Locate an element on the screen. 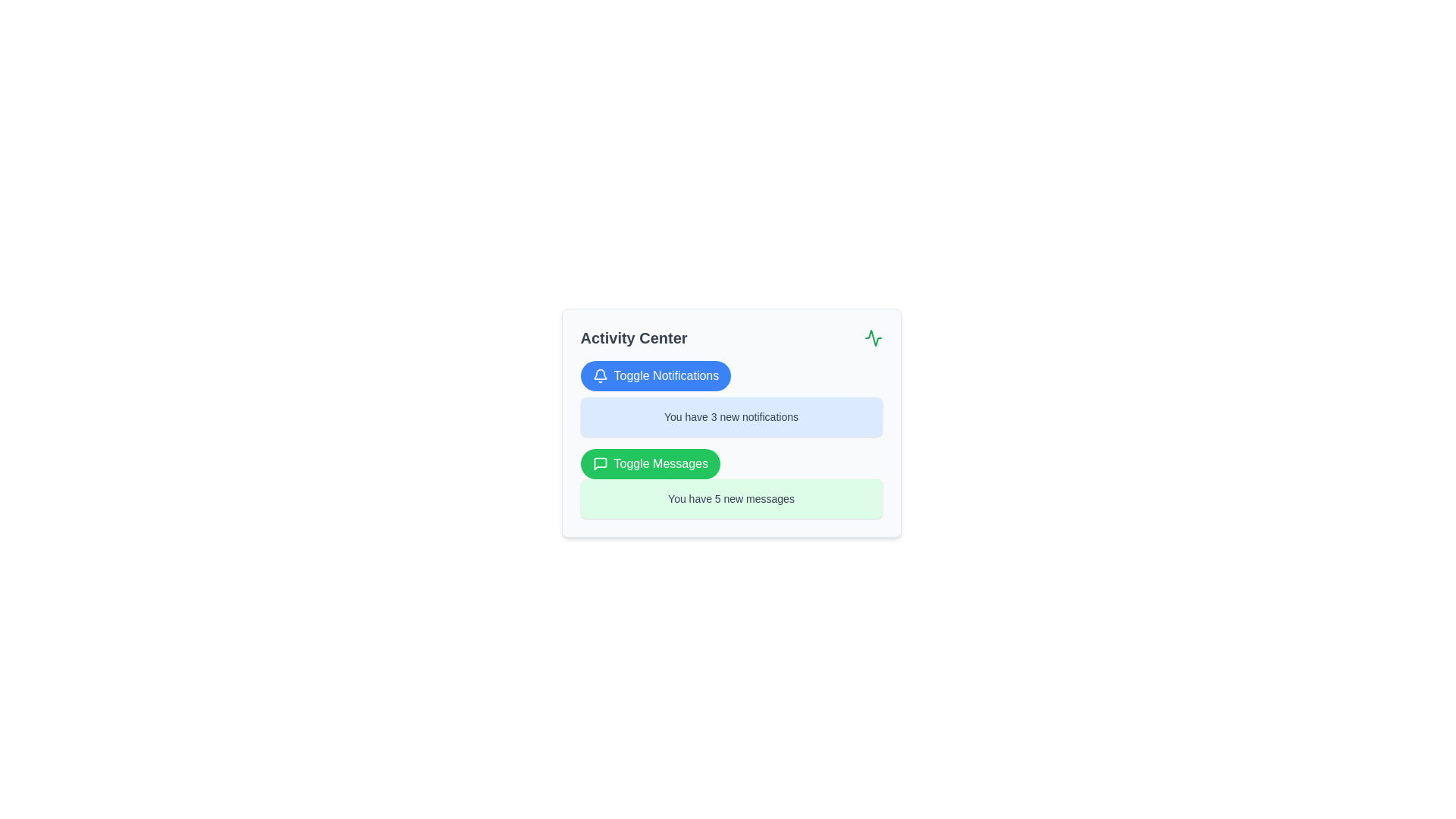 The height and width of the screenshot is (819, 1456). text message 'You have 5 new messages' displayed in a small gray font within the green notification box located at the bottom of the Activity Center panel is located at coordinates (731, 499).